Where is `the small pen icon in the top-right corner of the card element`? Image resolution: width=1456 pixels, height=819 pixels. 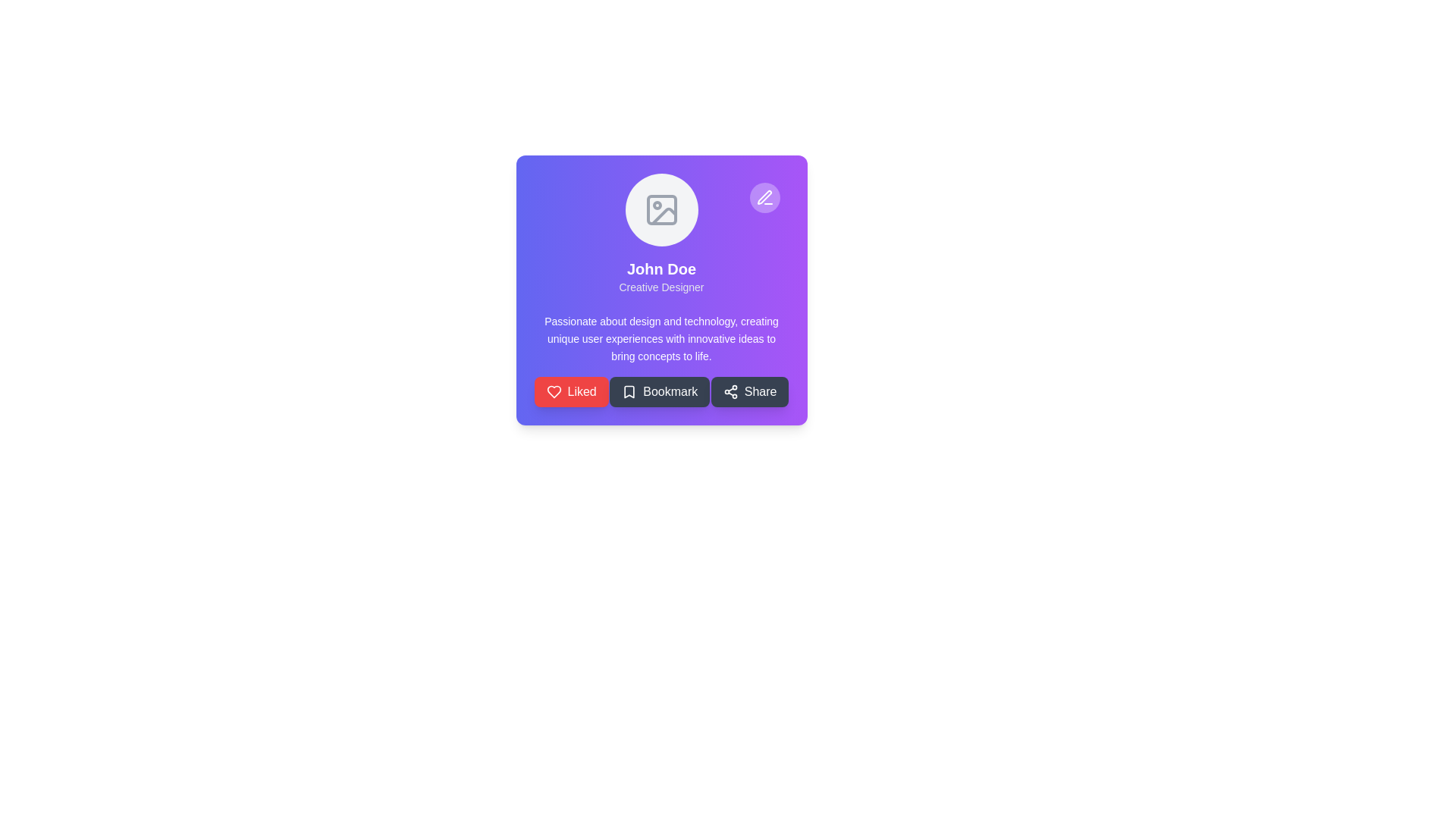 the small pen icon in the top-right corner of the card element is located at coordinates (764, 197).